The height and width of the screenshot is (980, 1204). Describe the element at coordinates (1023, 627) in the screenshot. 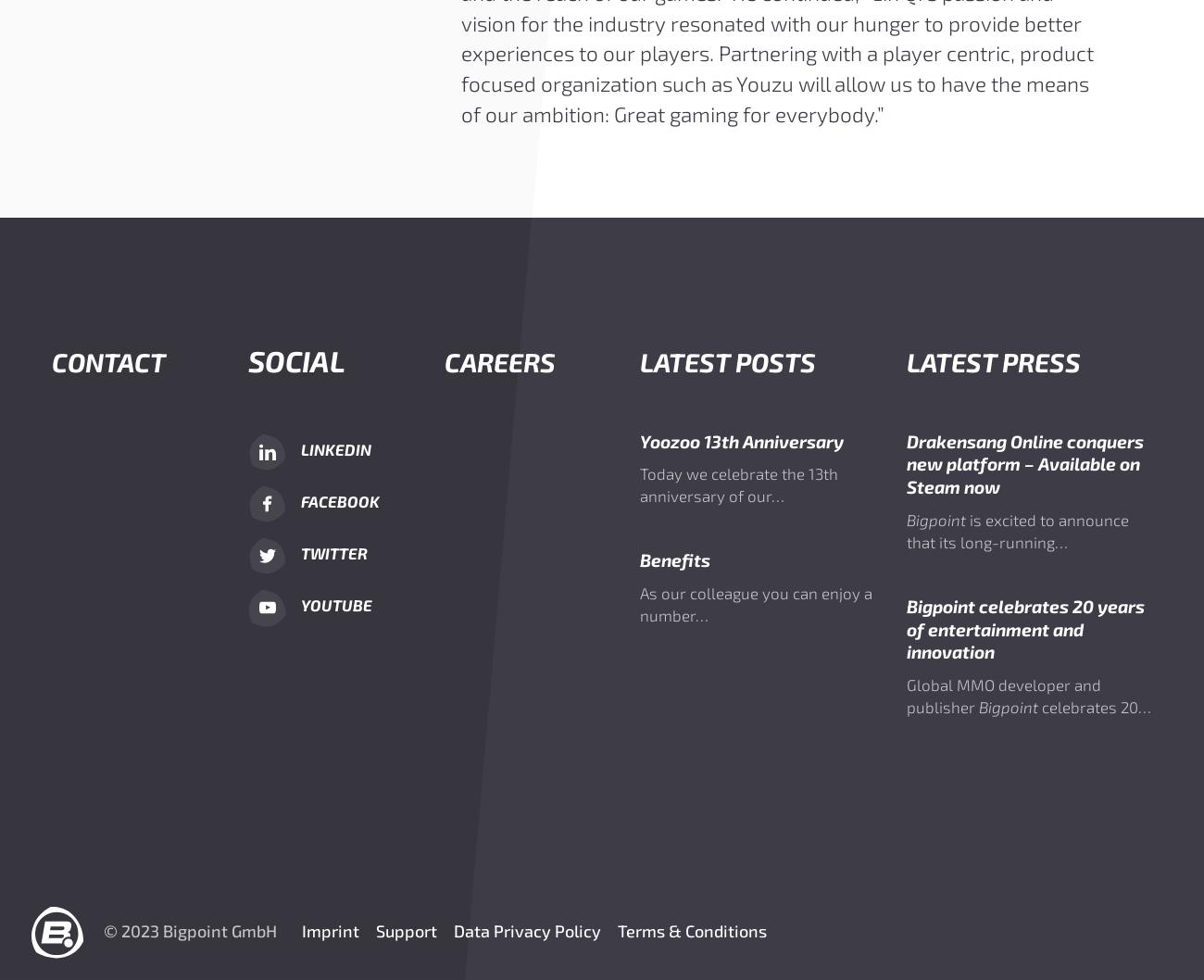

I see `'Bigpoint celebrates 20 years of entertainment and innovation'` at that location.